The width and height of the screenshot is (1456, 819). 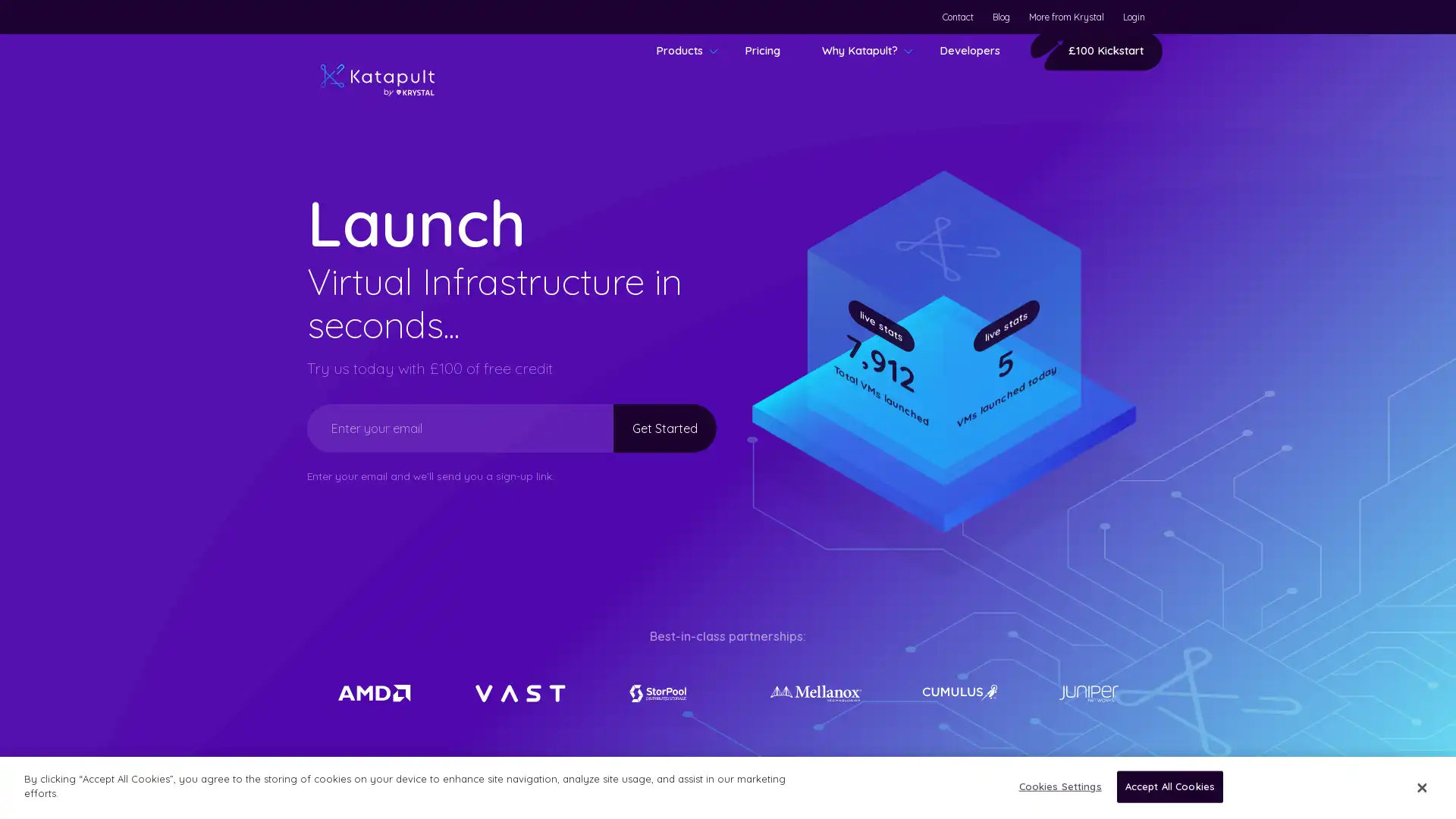 I want to click on Accept All Cookies, so click(x=1169, y=786).